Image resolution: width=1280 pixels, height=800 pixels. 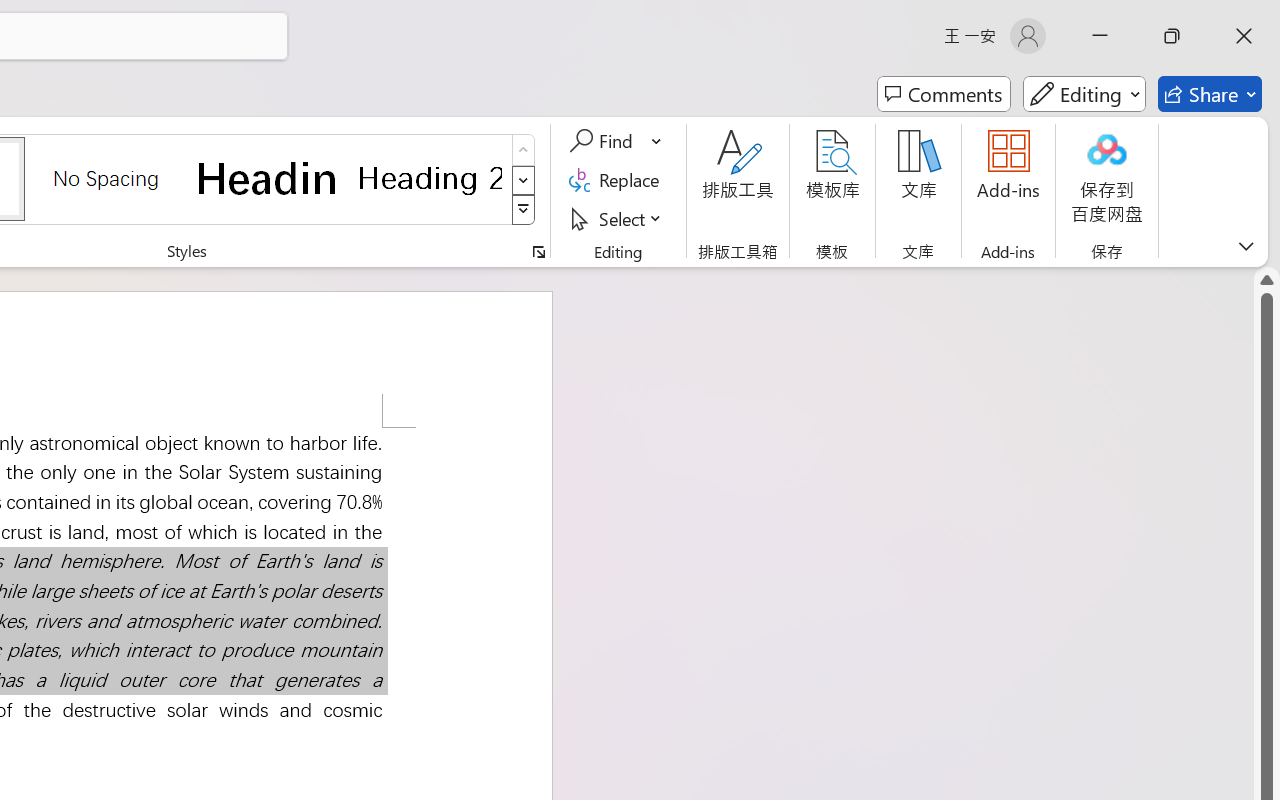 I want to click on 'Row up', so click(x=523, y=150).